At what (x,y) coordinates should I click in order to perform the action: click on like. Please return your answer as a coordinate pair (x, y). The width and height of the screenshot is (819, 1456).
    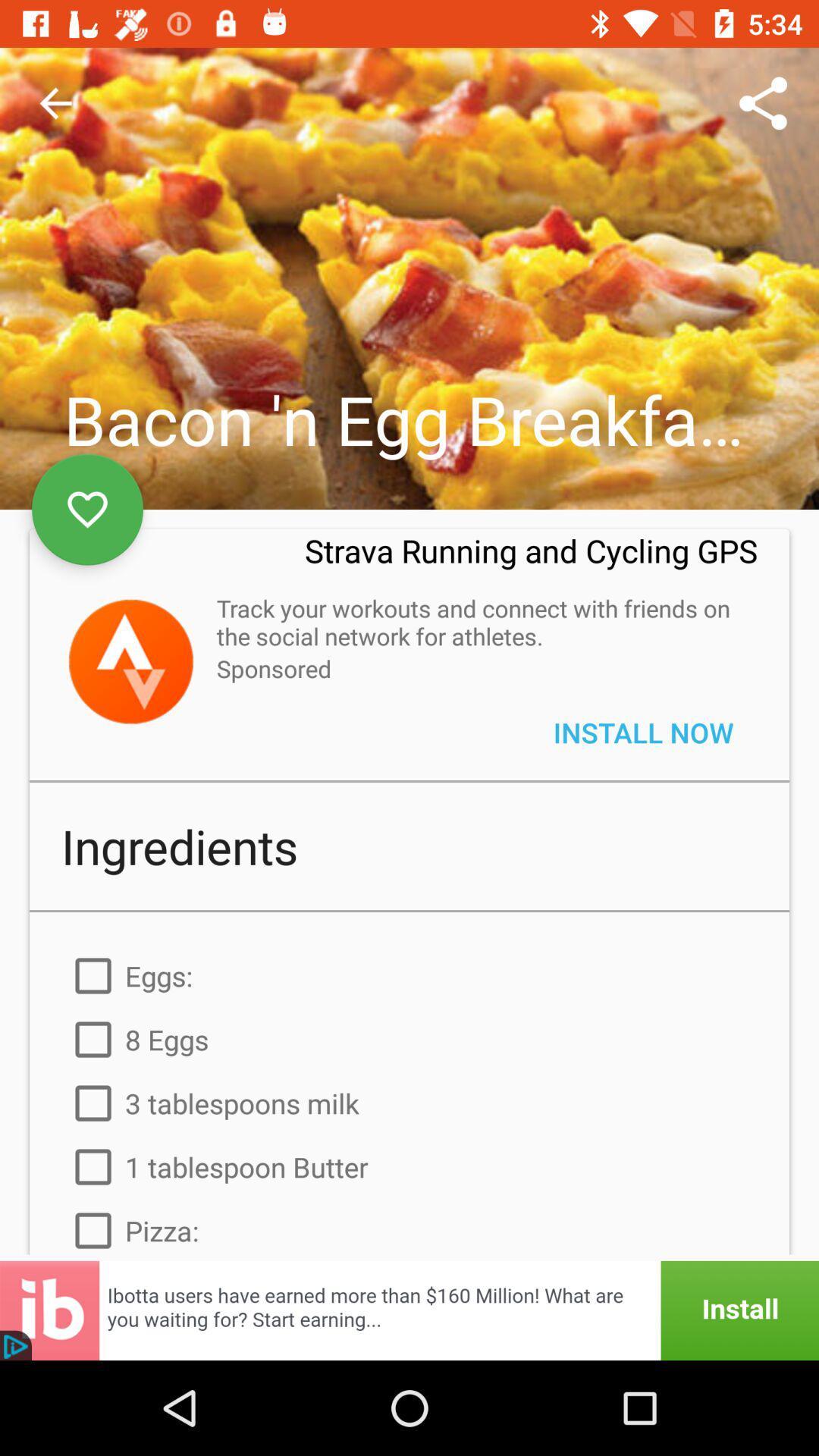
    Looking at the image, I should click on (87, 510).